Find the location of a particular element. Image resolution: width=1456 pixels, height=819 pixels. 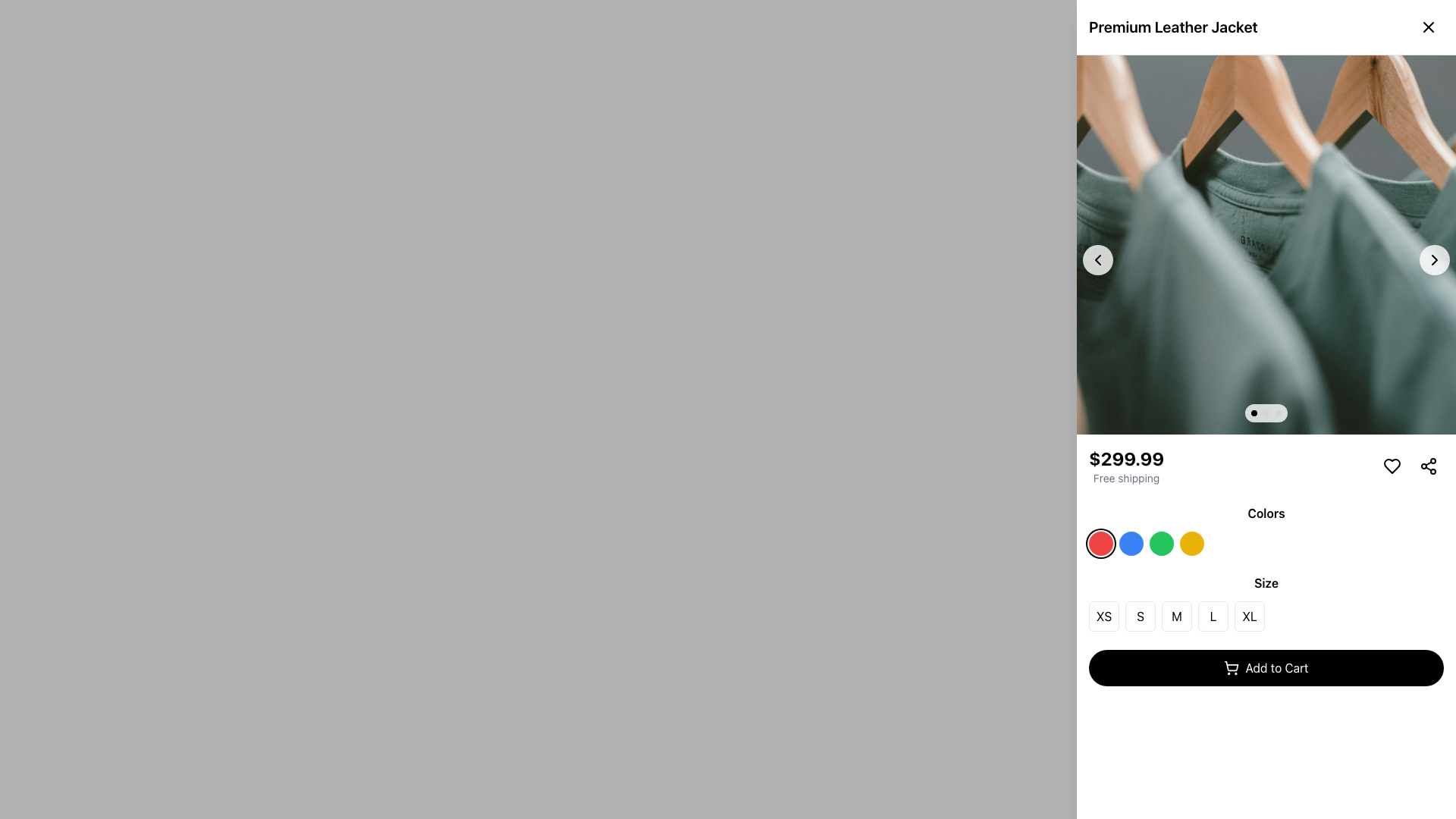

the price label displaying '$299.99', which is prominently styled in bold and large font, positioned at the top of a text cluster below an image of hanging green jackets is located at coordinates (1126, 458).